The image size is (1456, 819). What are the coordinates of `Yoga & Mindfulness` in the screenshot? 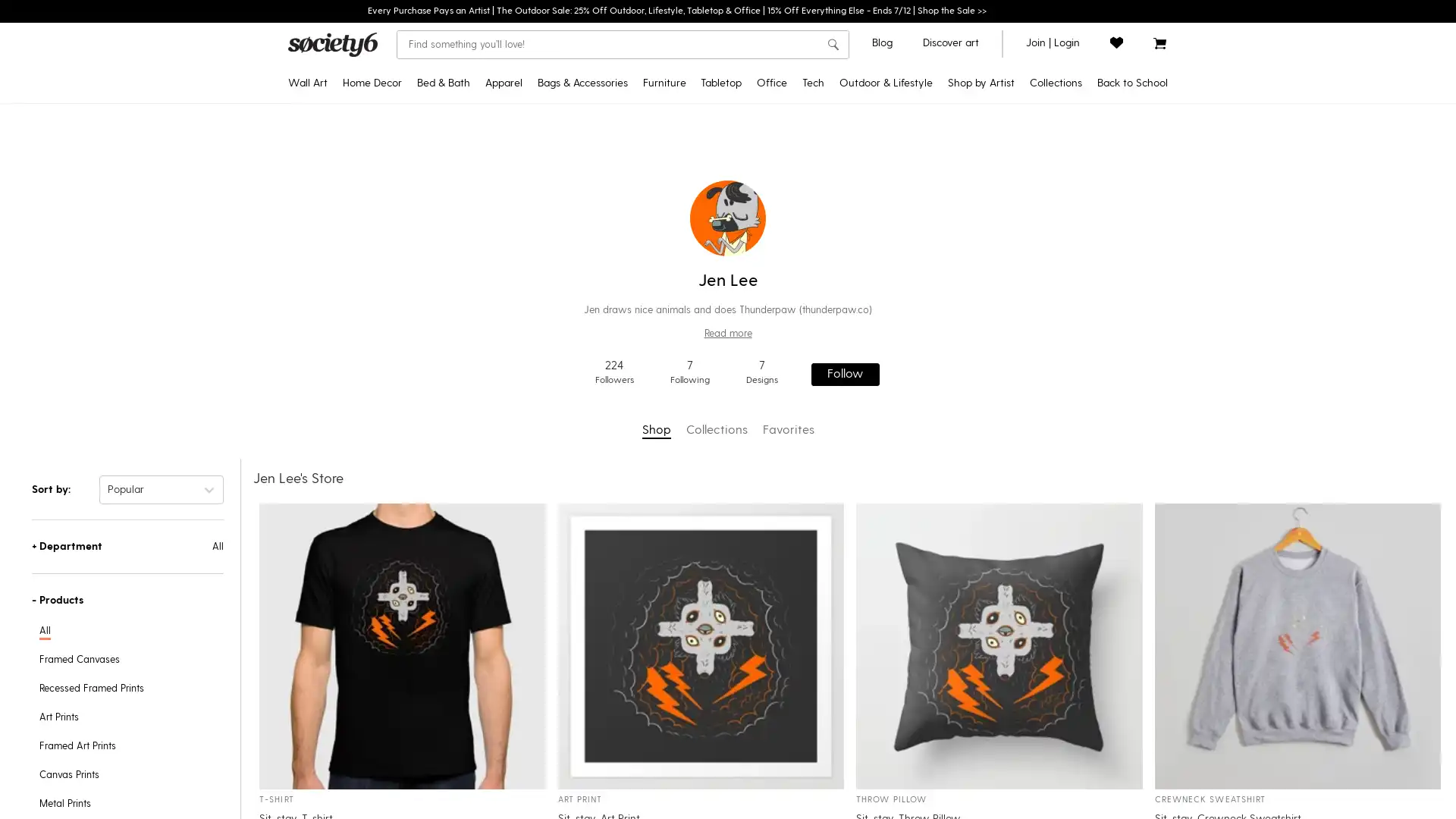 It's located at (999, 342).